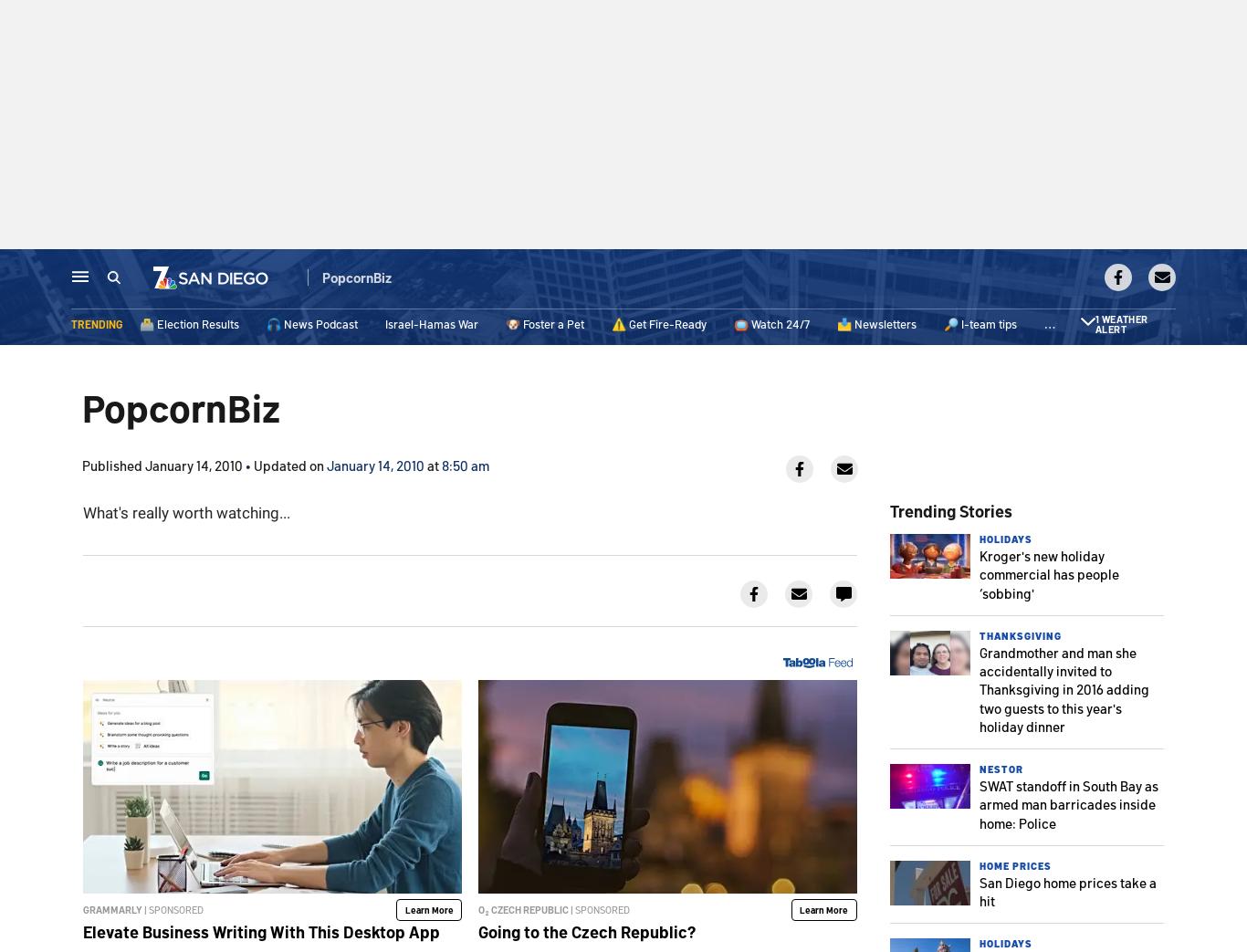  Describe the element at coordinates (307, 279) in the screenshot. I see `'Local'` at that location.